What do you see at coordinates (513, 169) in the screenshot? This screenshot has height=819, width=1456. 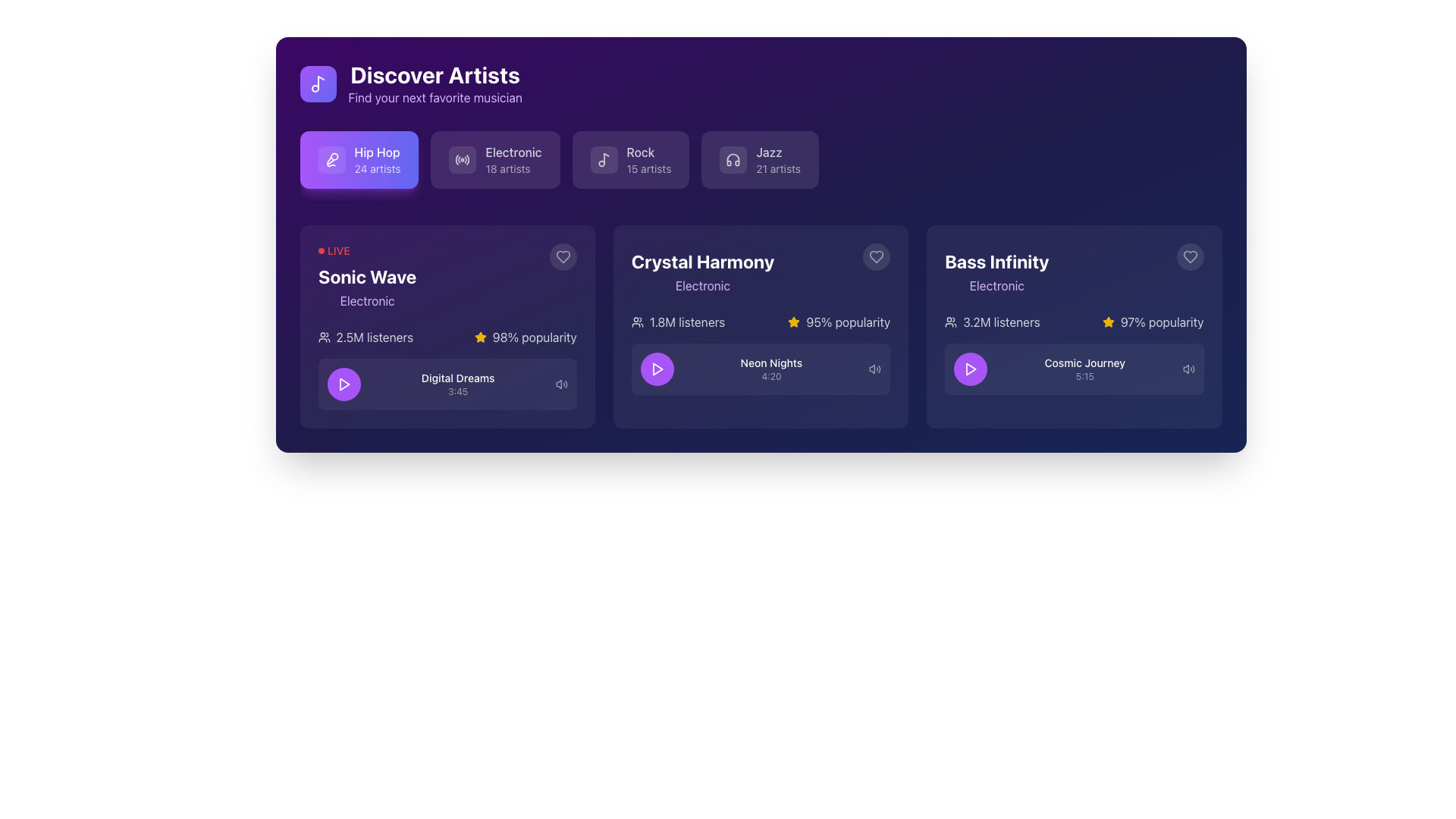 I see `number of artists displayed in the text label showing '18 artists' located under the 'Electronic' label within the button-like component` at bounding box center [513, 169].